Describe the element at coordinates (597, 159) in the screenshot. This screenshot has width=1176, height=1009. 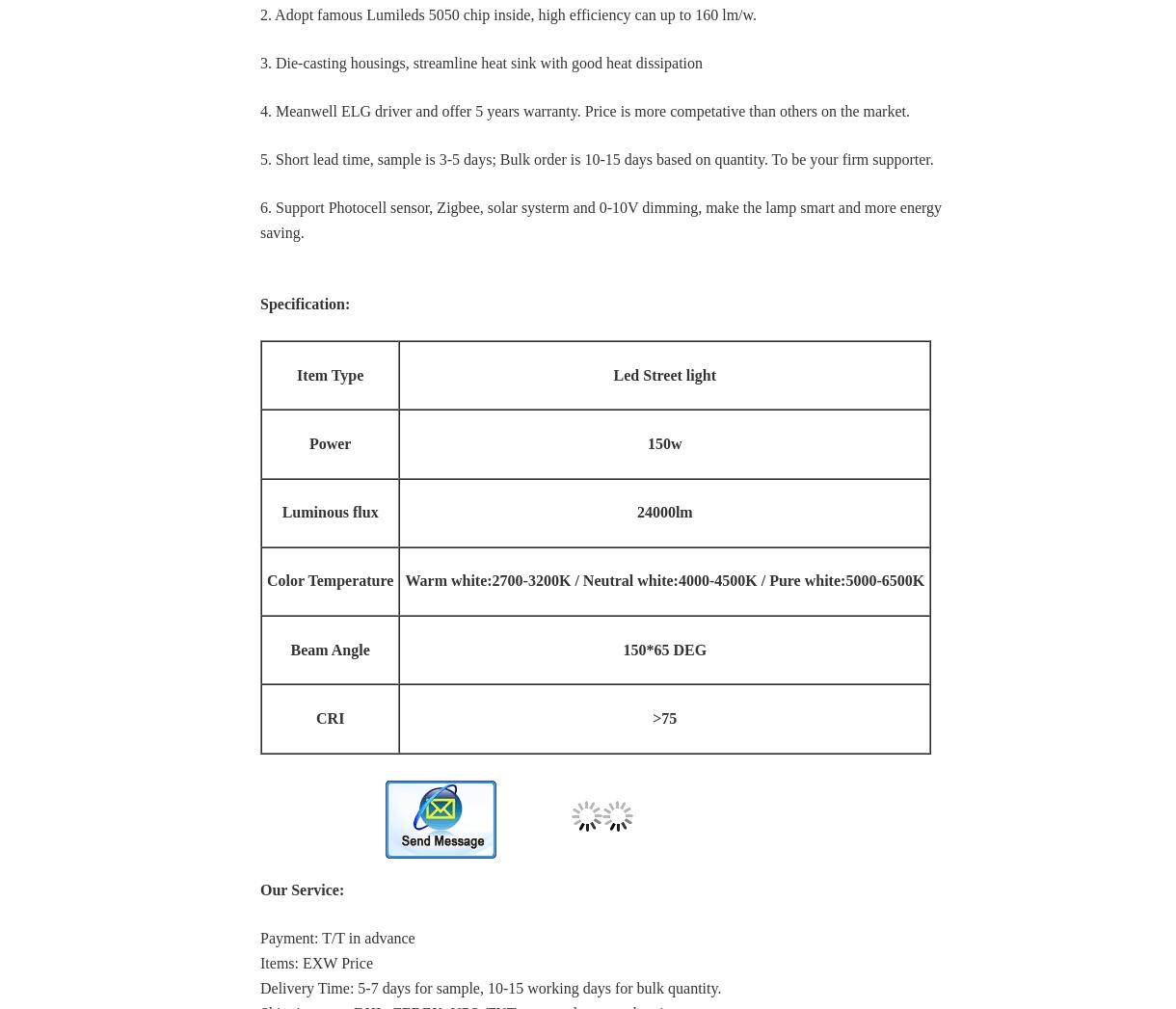
I see `'5. Short lead time, sample is 3-5 days; Bulk order is 10-15 days based on quantity. To be your firm supporter.'` at that location.